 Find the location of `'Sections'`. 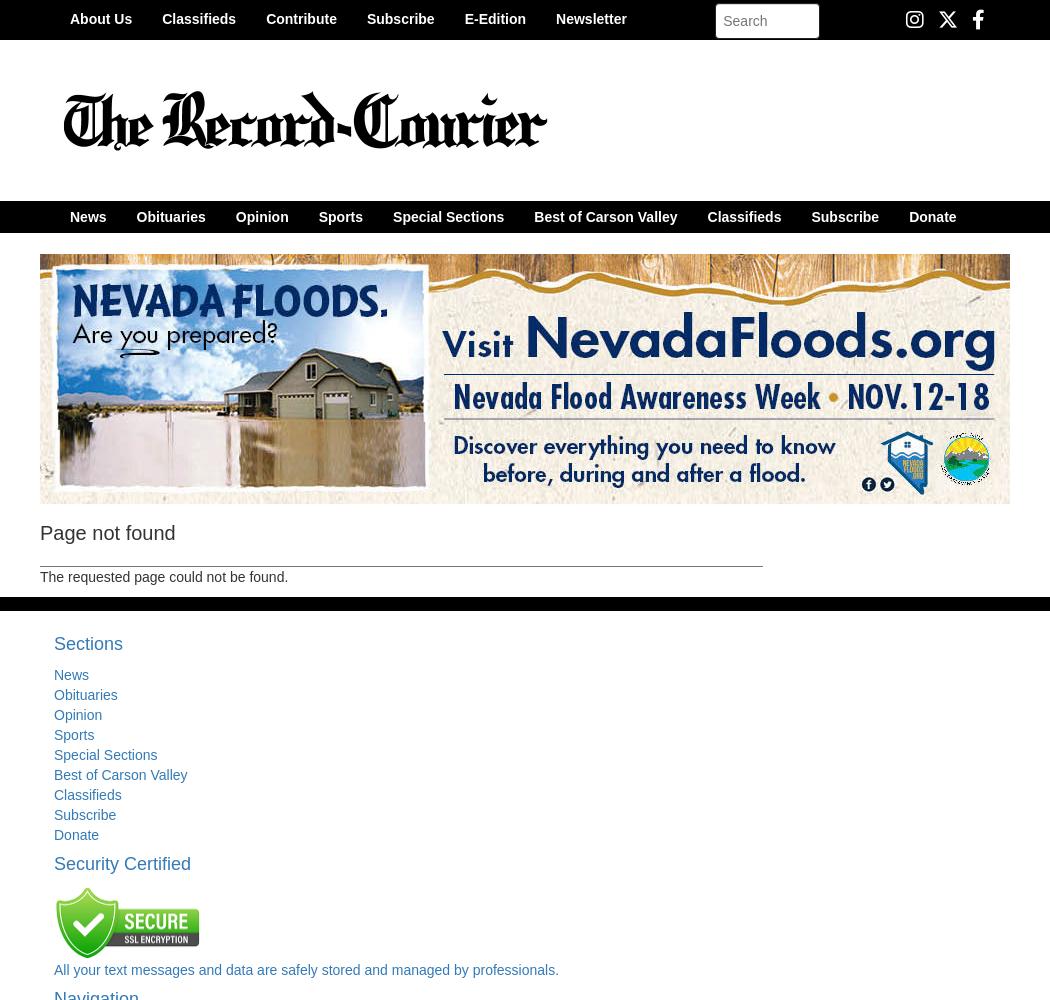

'Sections' is located at coordinates (88, 644).